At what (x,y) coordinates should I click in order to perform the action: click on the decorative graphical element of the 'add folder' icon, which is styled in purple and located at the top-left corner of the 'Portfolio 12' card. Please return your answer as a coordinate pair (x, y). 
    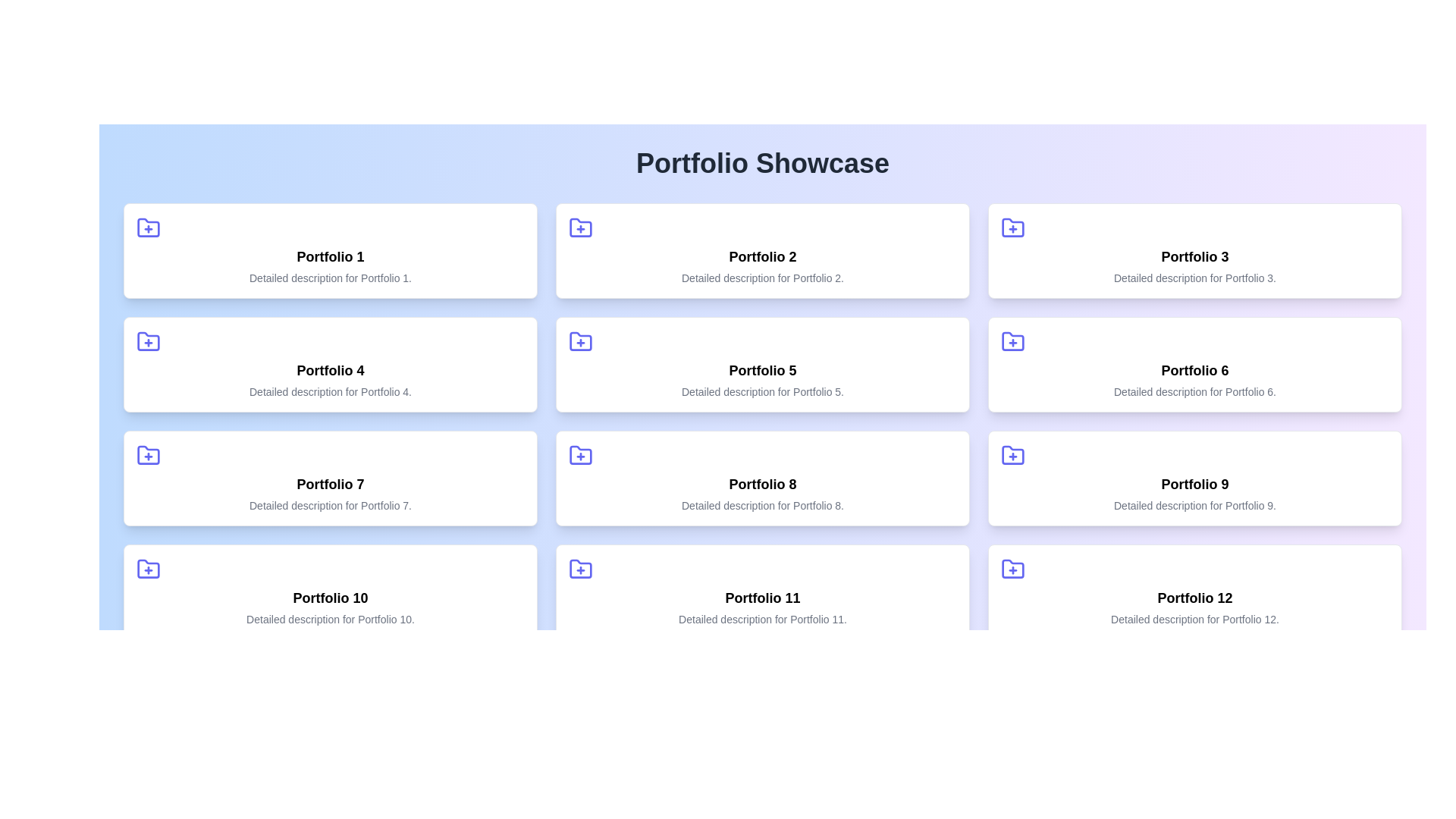
    Looking at the image, I should click on (1012, 568).